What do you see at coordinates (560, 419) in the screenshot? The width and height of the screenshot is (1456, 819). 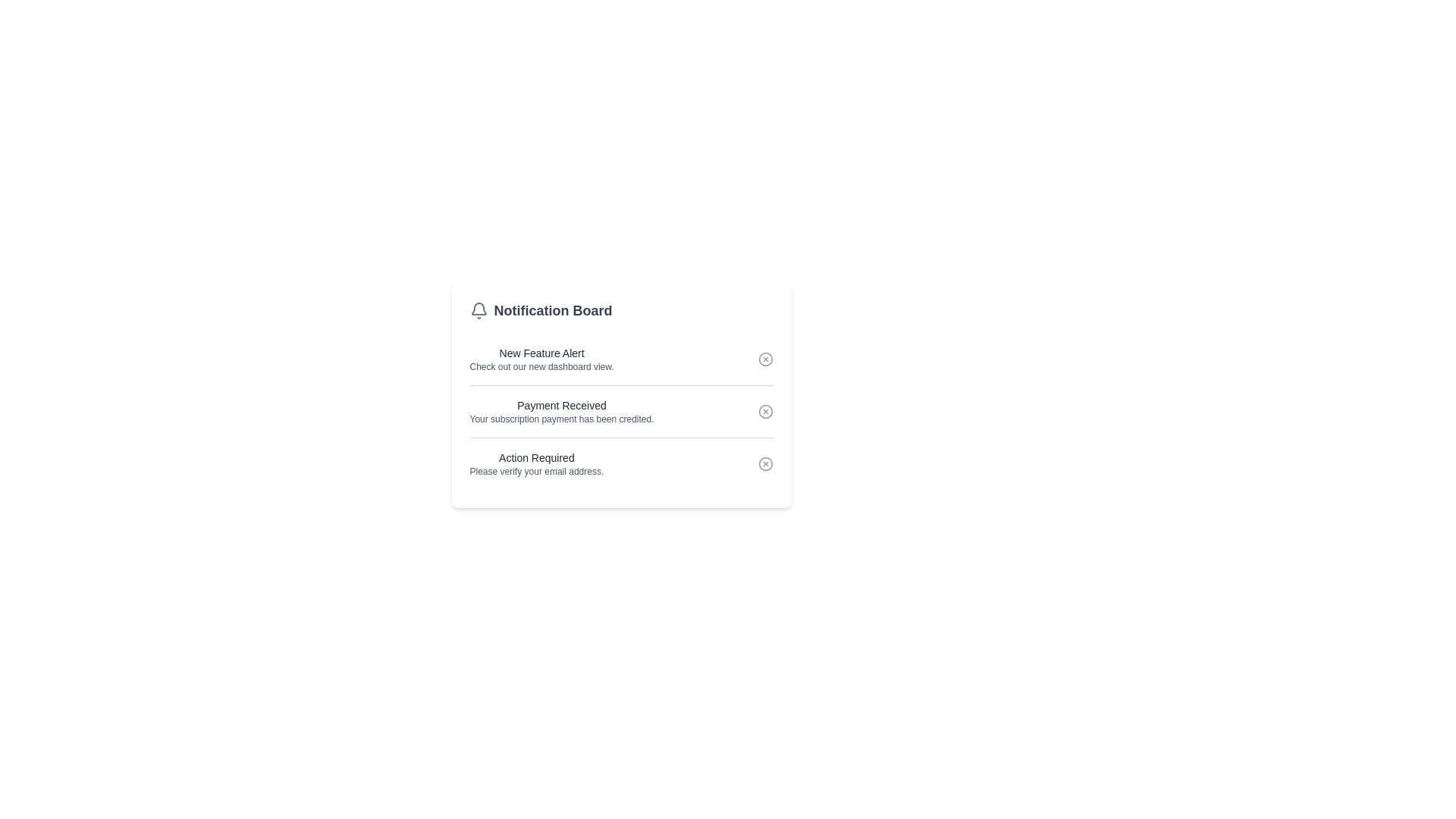 I see `the text label displaying 'Your subscription payment has been credited.' located under the header 'Payment Received.'` at bounding box center [560, 419].